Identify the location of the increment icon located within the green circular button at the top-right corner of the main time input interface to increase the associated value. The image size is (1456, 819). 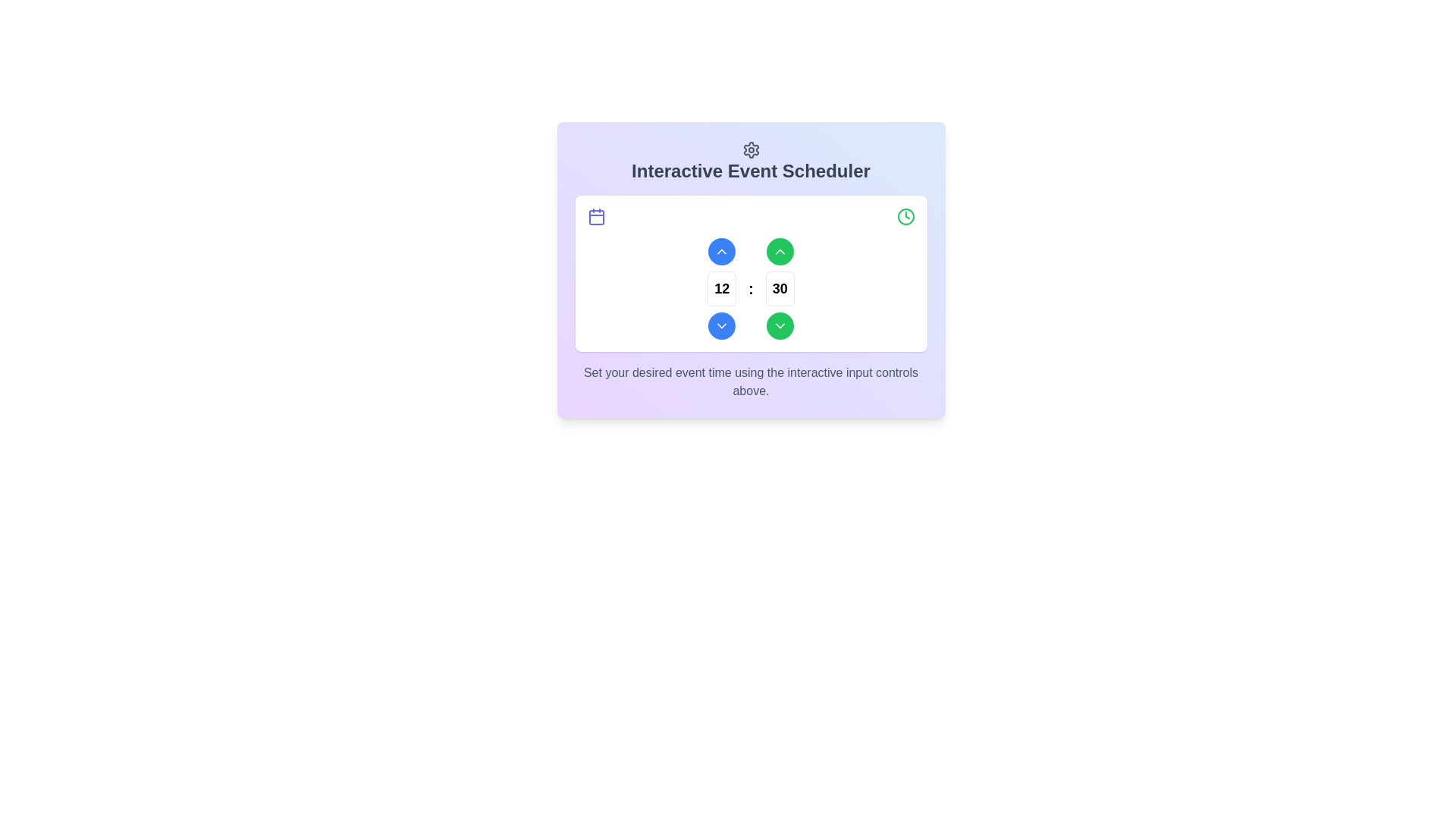
(780, 250).